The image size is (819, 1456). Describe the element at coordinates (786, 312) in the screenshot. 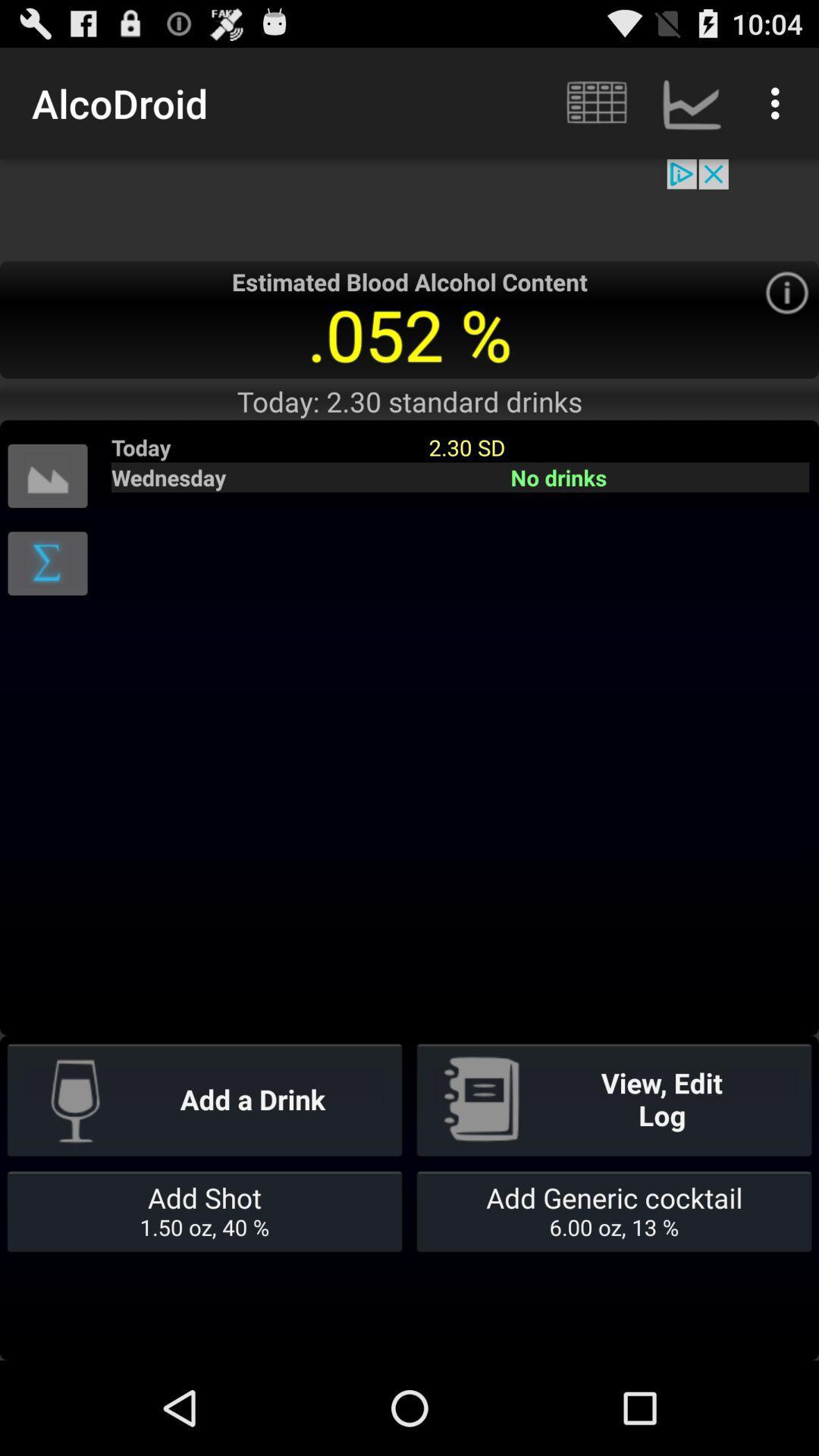

I see `the info icon` at that location.